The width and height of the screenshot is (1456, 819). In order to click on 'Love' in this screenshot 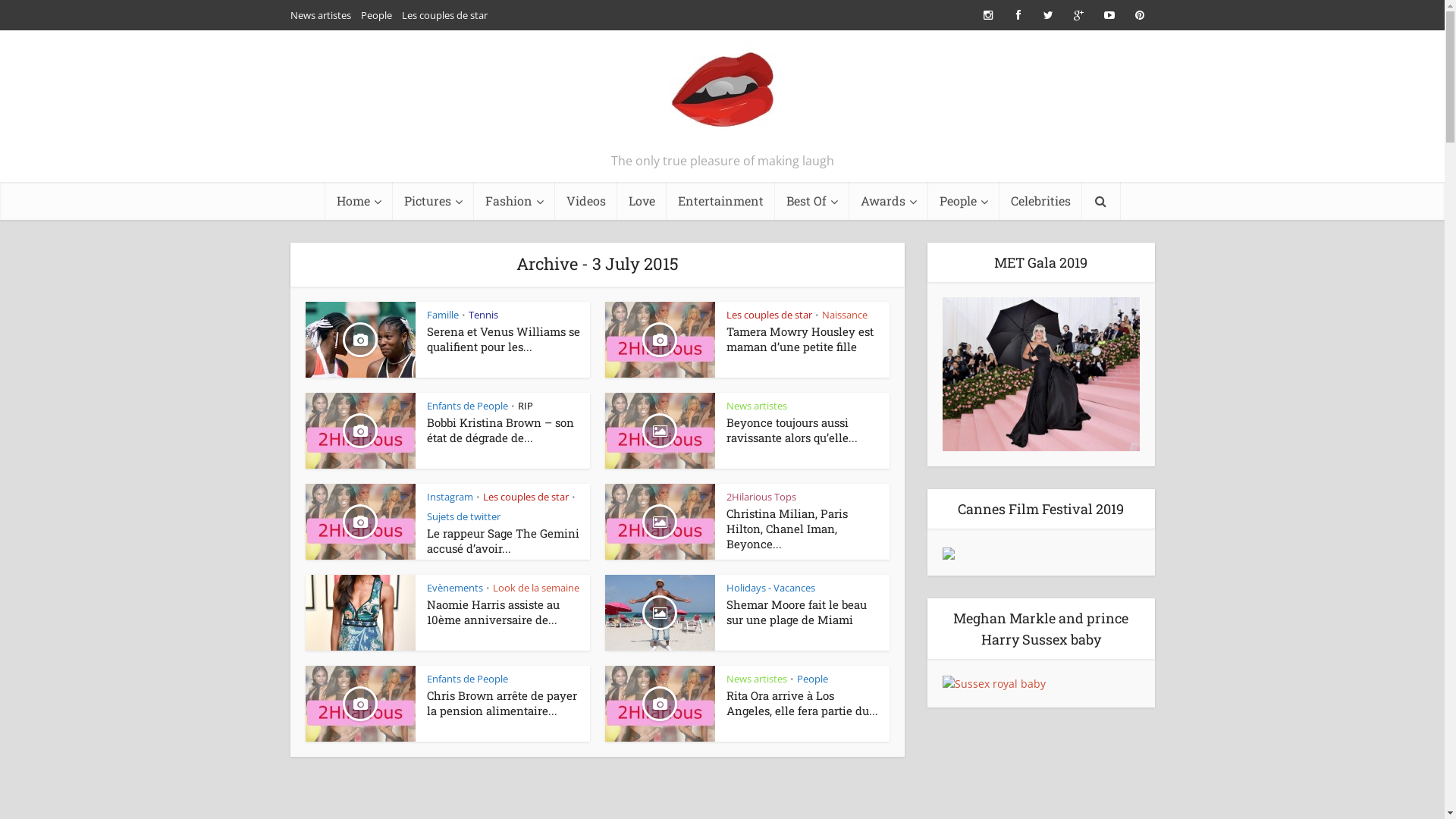, I will do `click(617, 200)`.